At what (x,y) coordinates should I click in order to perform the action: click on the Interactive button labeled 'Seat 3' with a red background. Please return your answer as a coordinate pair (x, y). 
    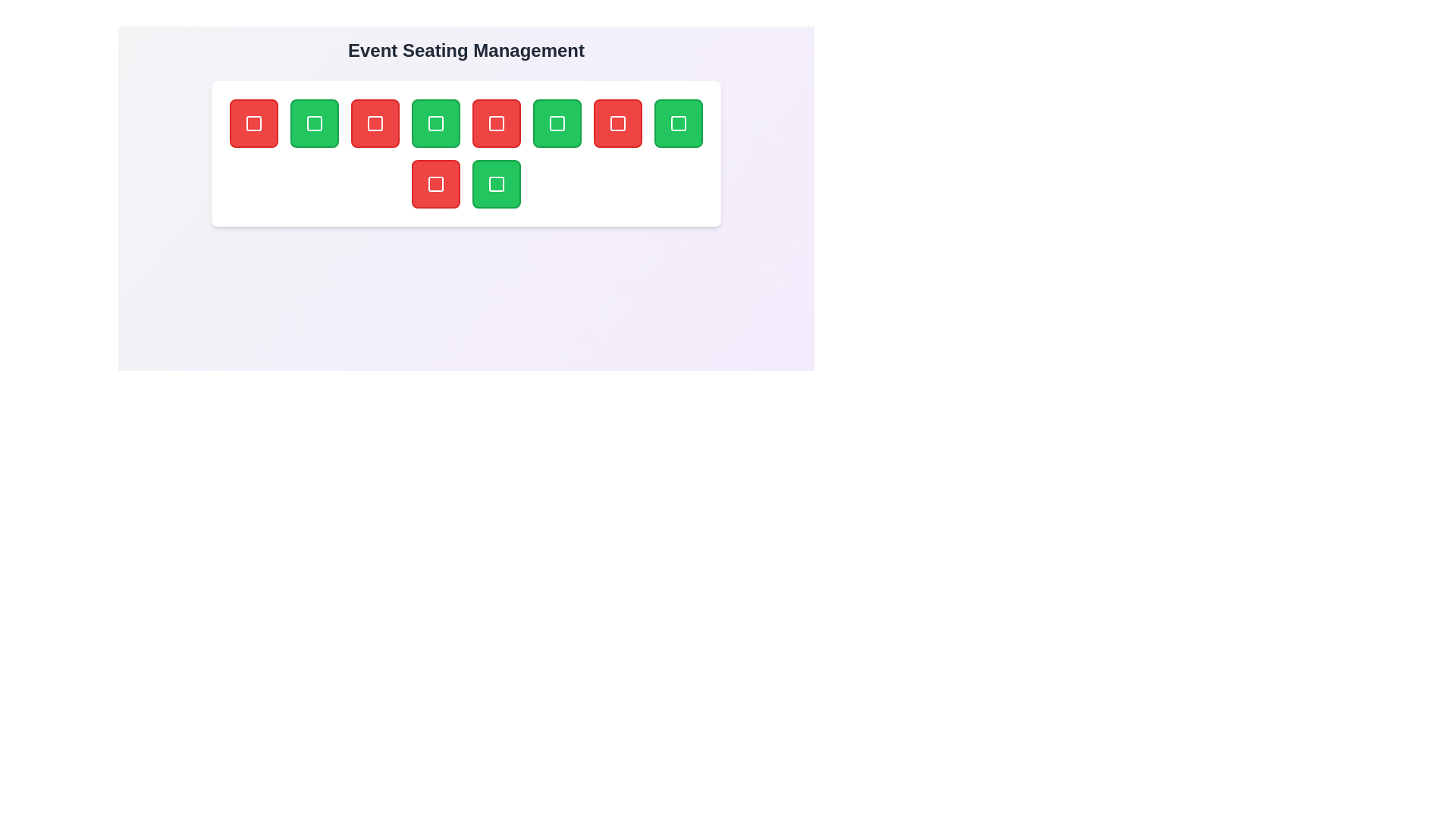
    Looking at the image, I should click on (375, 122).